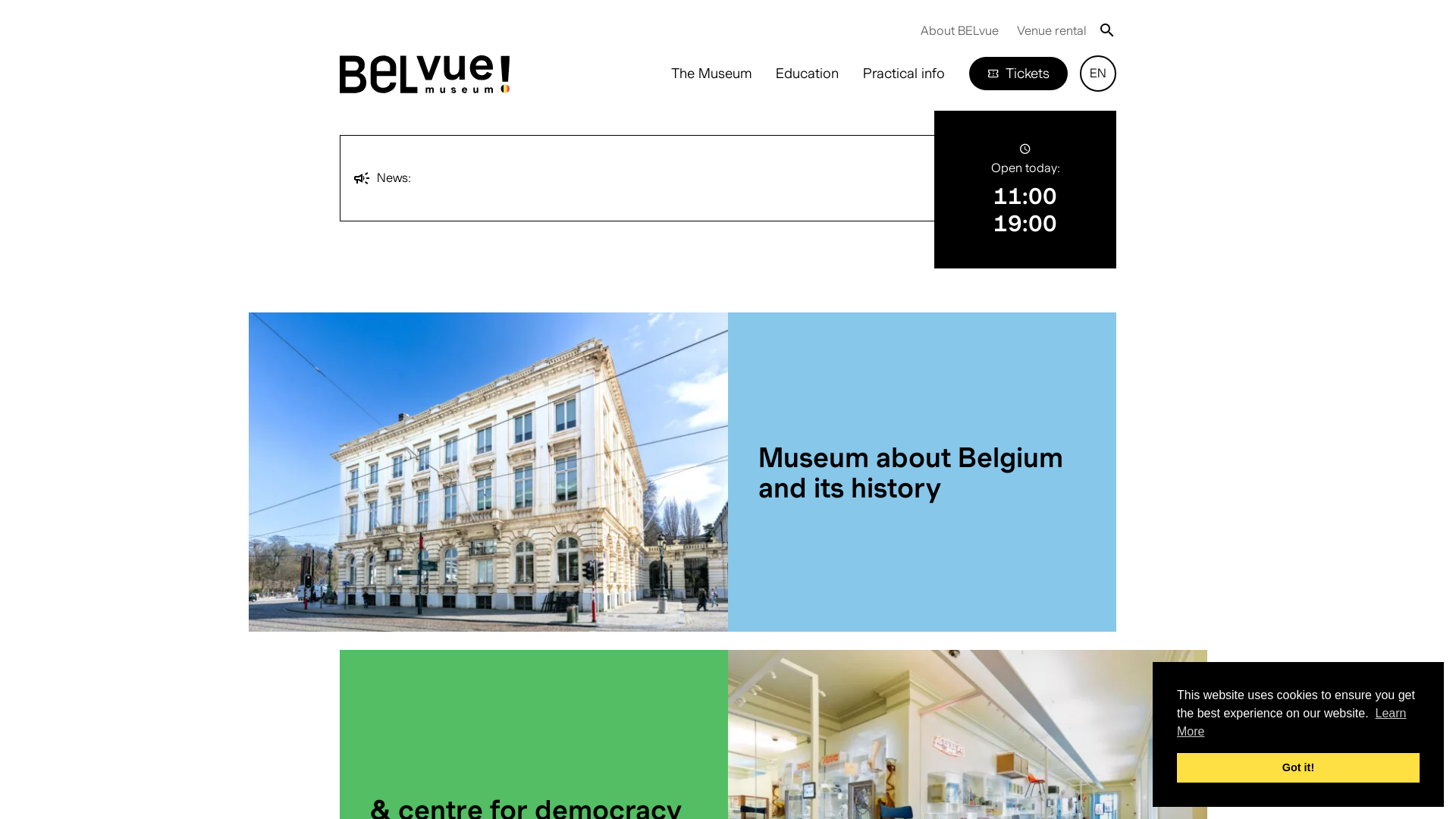 Image resolution: width=1456 pixels, height=819 pixels. Describe the element at coordinates (1298, 767) in the screenshot. I see `'Got it!'` at that location.